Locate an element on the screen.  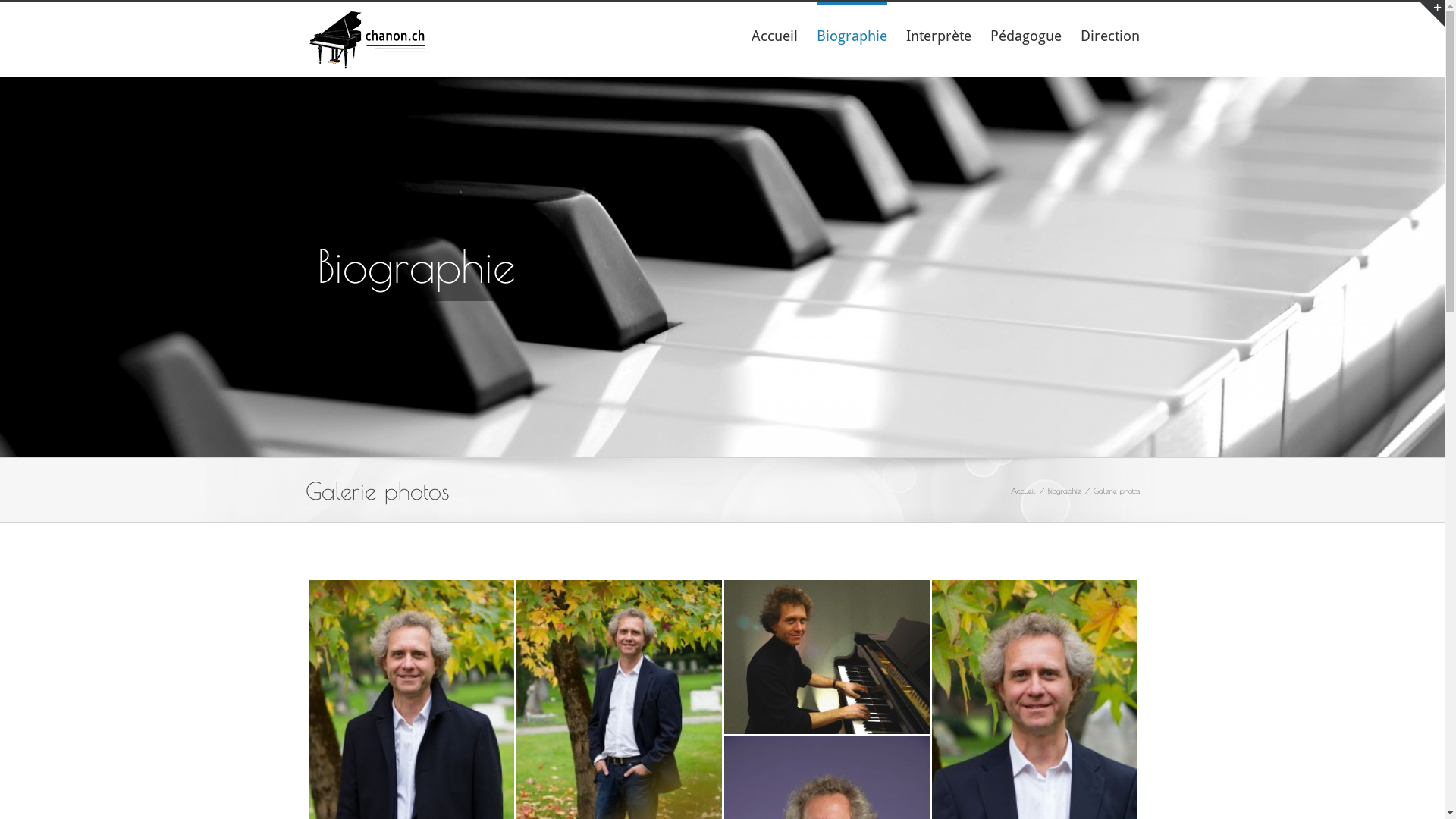
'Accueil' is located at coordinates (773, 34).